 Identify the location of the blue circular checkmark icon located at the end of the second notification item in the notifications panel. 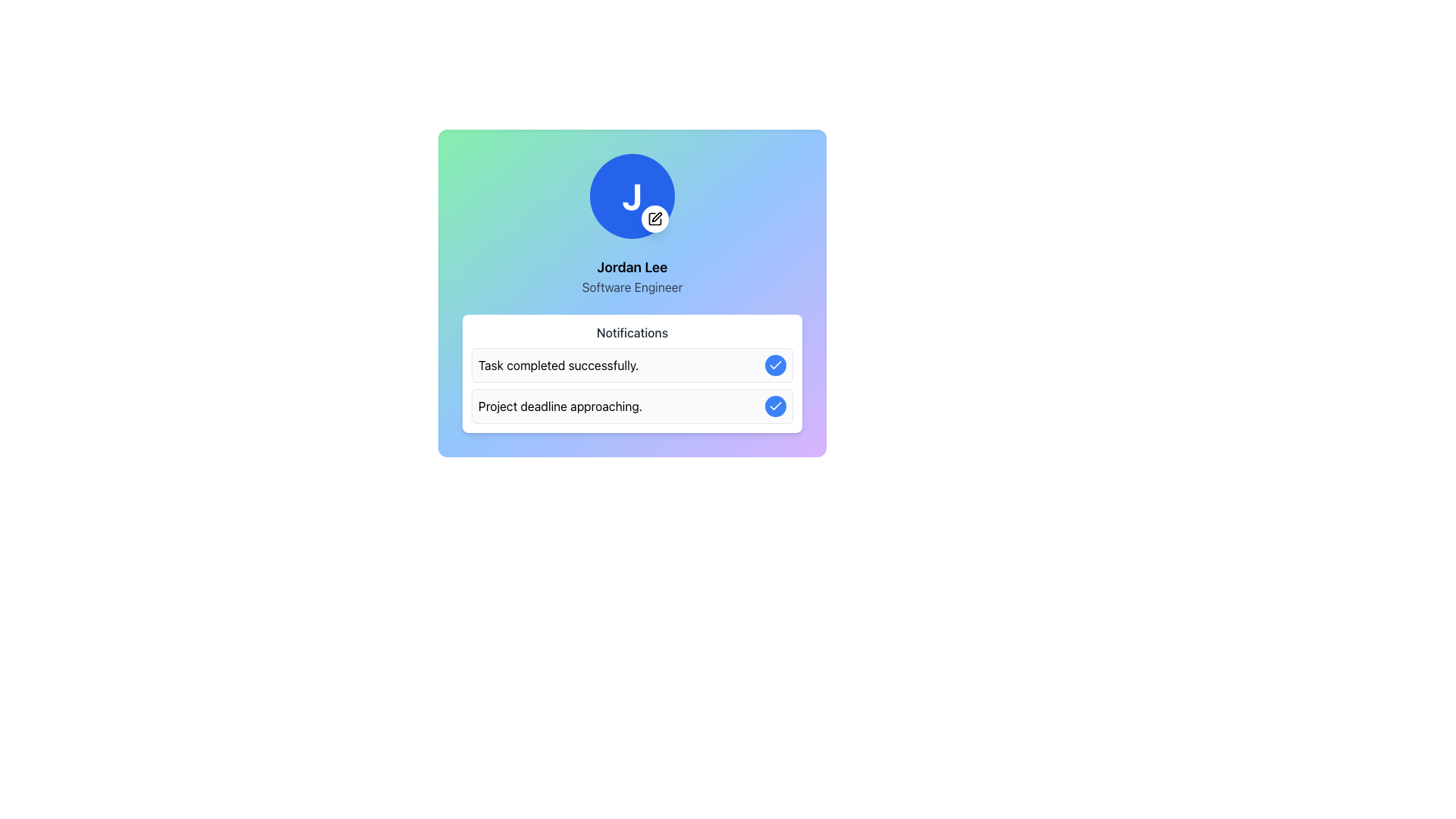
(775, 406).